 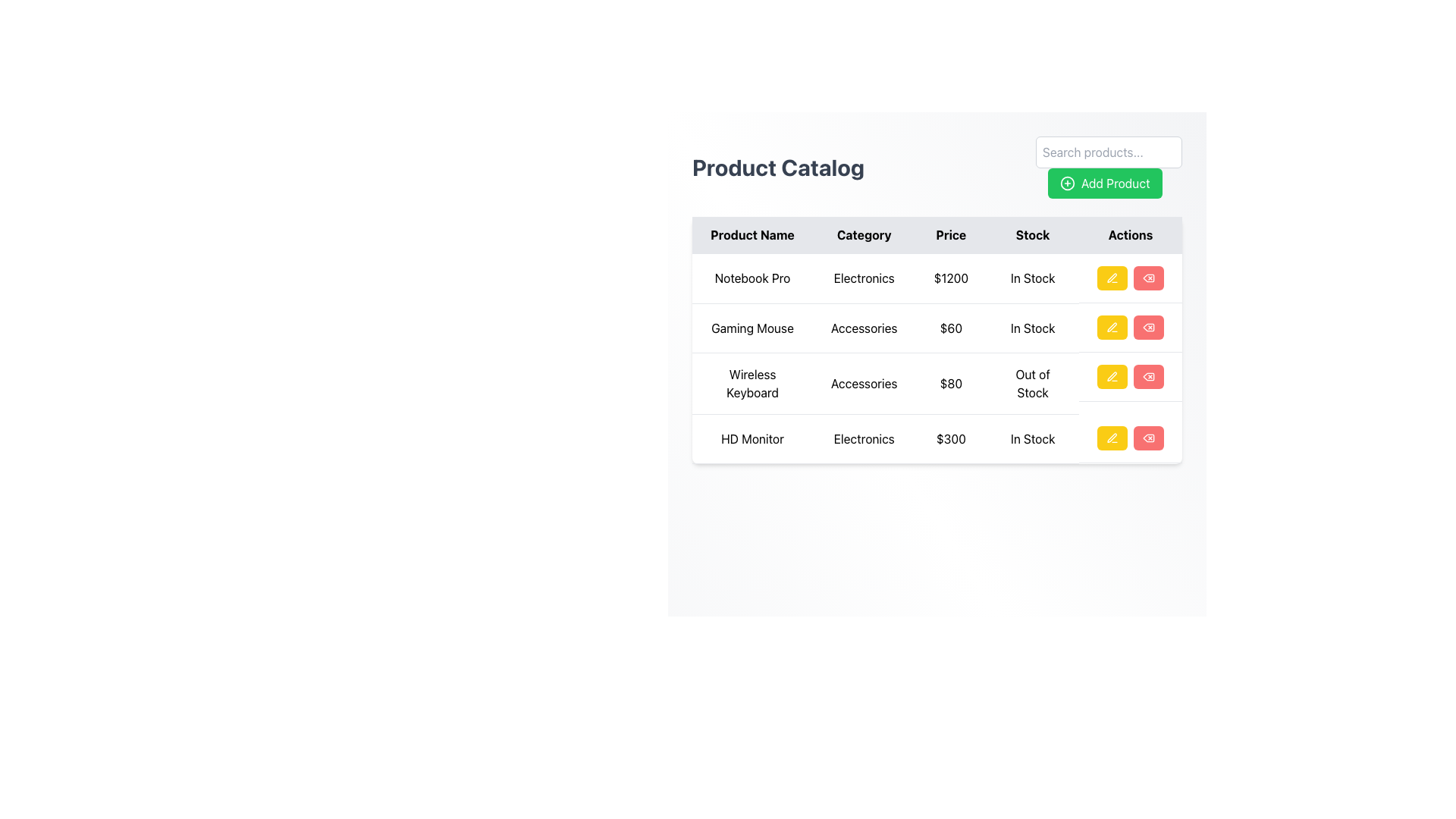 I want to click on the 'Wireless Keyboard' text label in the 'Product Name' column of the second data row in the 'Product Catalog' table, so click(x=752, y=382).